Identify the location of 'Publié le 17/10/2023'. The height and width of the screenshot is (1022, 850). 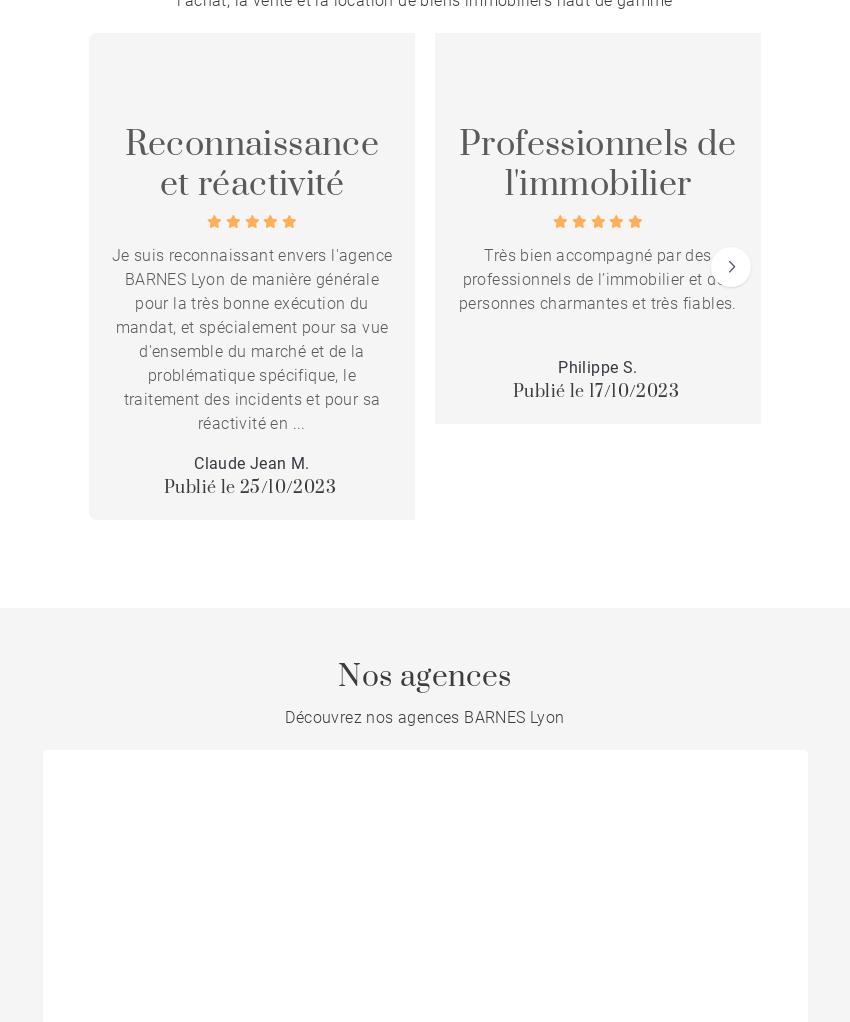
(595, 391).